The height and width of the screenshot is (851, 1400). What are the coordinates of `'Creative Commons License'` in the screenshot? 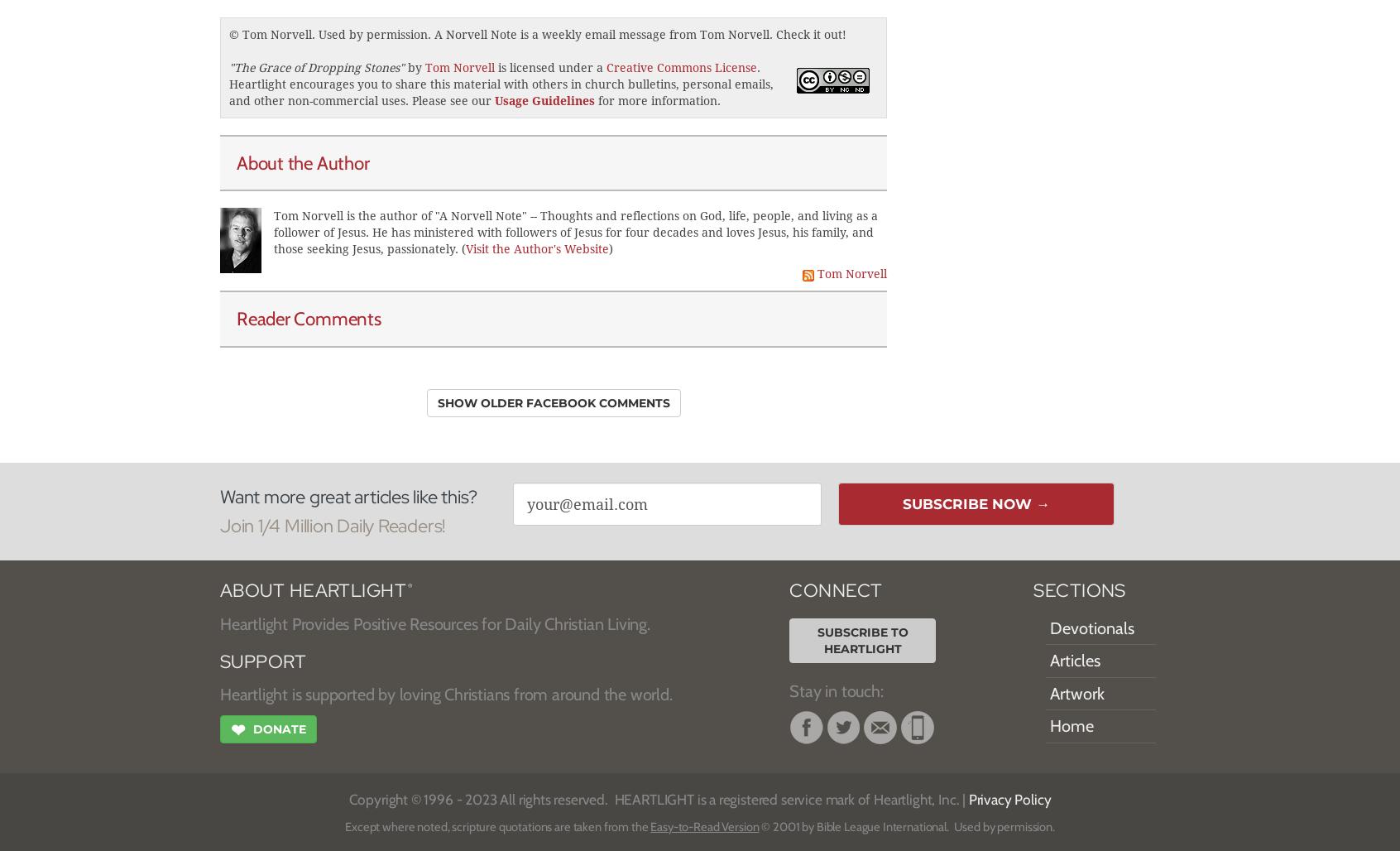 It's located at (682, 66).